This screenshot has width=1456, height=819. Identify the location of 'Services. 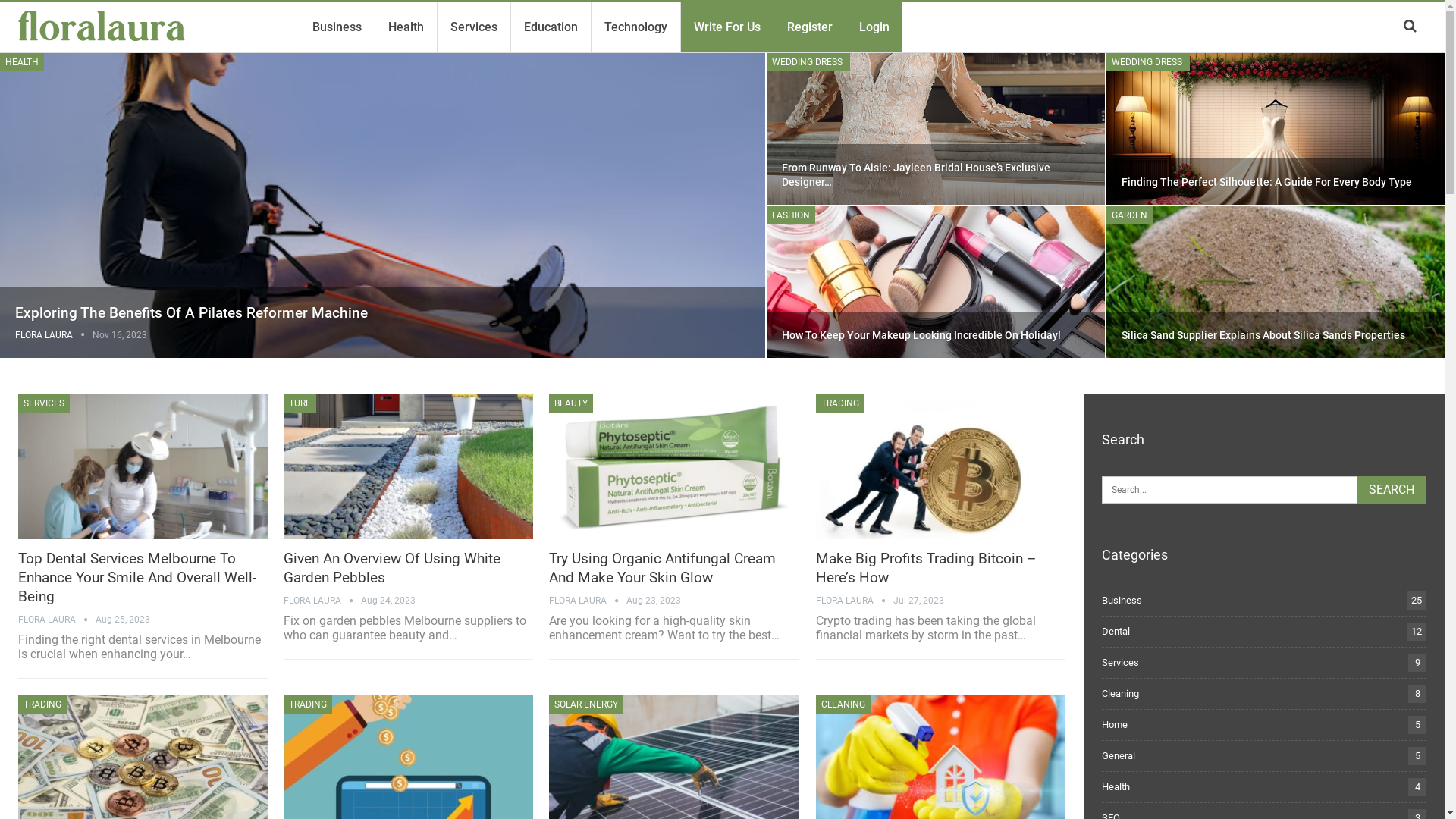
(1120, 661).